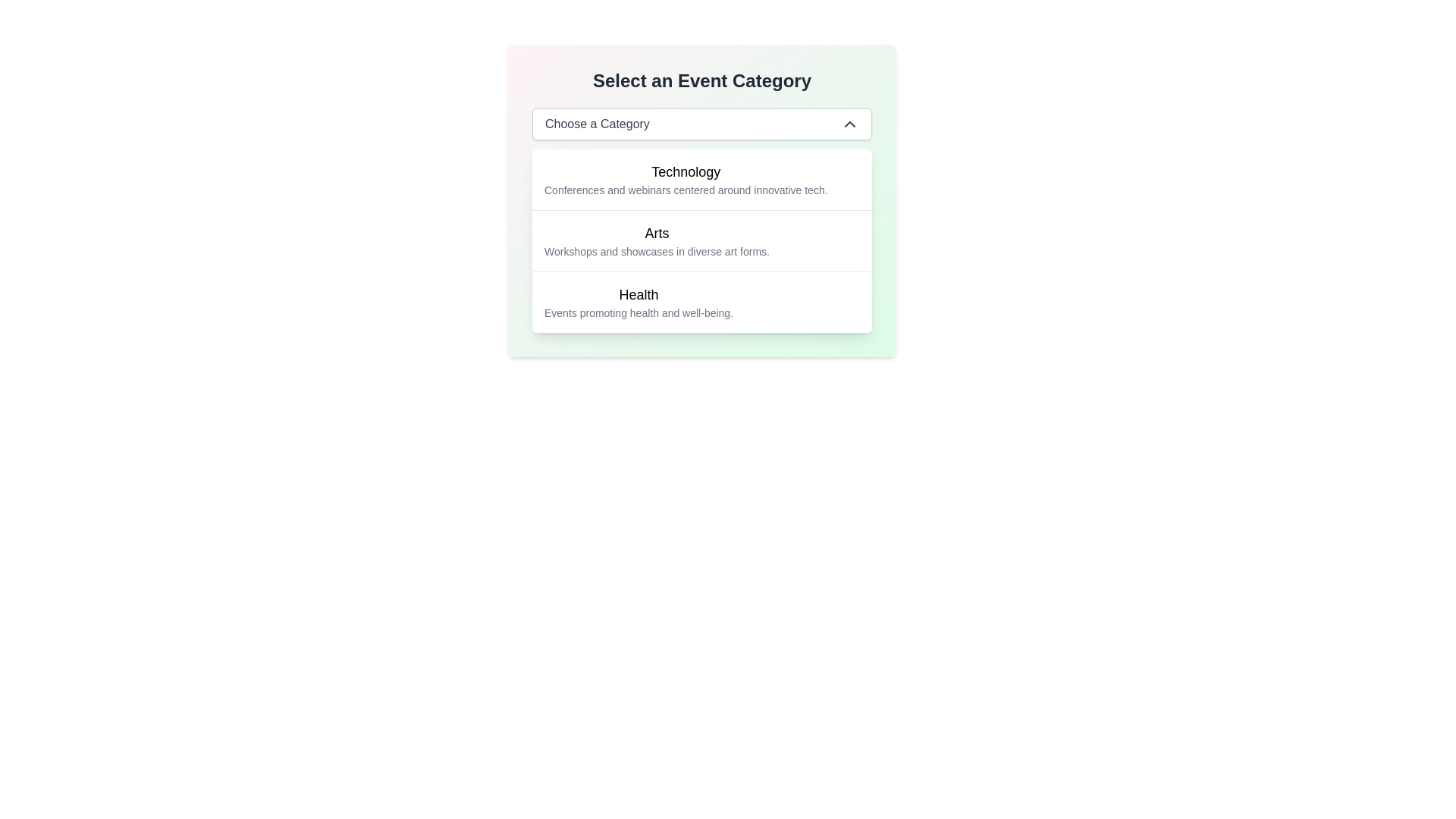 The image size is (1456, 819). What do you see at coordinates (657, 234) in the screenshot?
I see `the 'Arts' event category title text label, which is centrally aligned and positioned between the 'Technology' and 'Health' options` at bounding box center [657, 234].